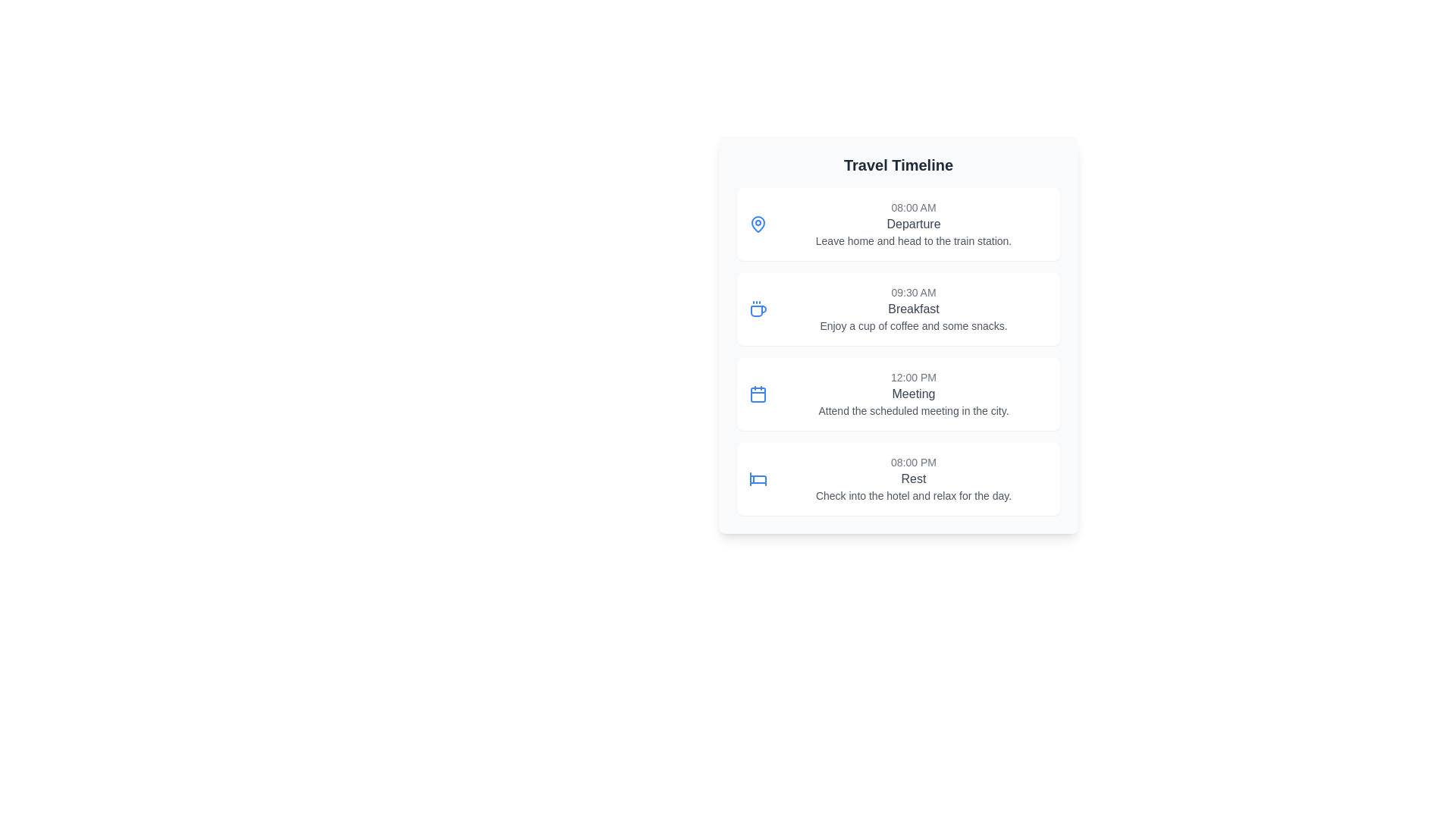  What do you see at coordinates (912, 240) in the screenshot?
I see `supplementary text line that states 'Leave home and head to the train station.' located below the heading 'Departure' and the timestamp '08:00 AM'` at bounding box center [912, 240].